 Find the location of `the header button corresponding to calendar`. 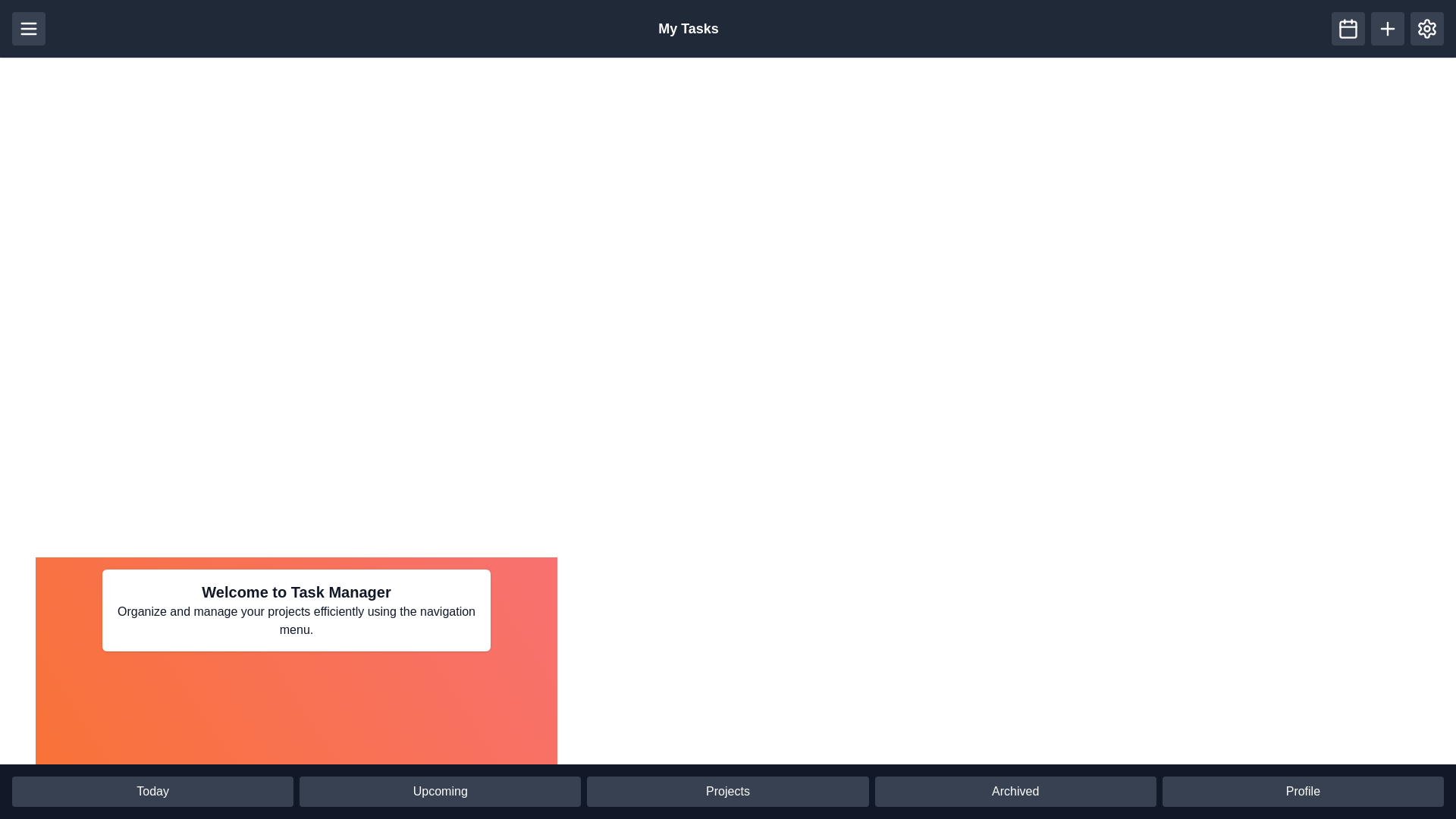

the header button corresponding to calendar is located at coordinates (1348, 29).